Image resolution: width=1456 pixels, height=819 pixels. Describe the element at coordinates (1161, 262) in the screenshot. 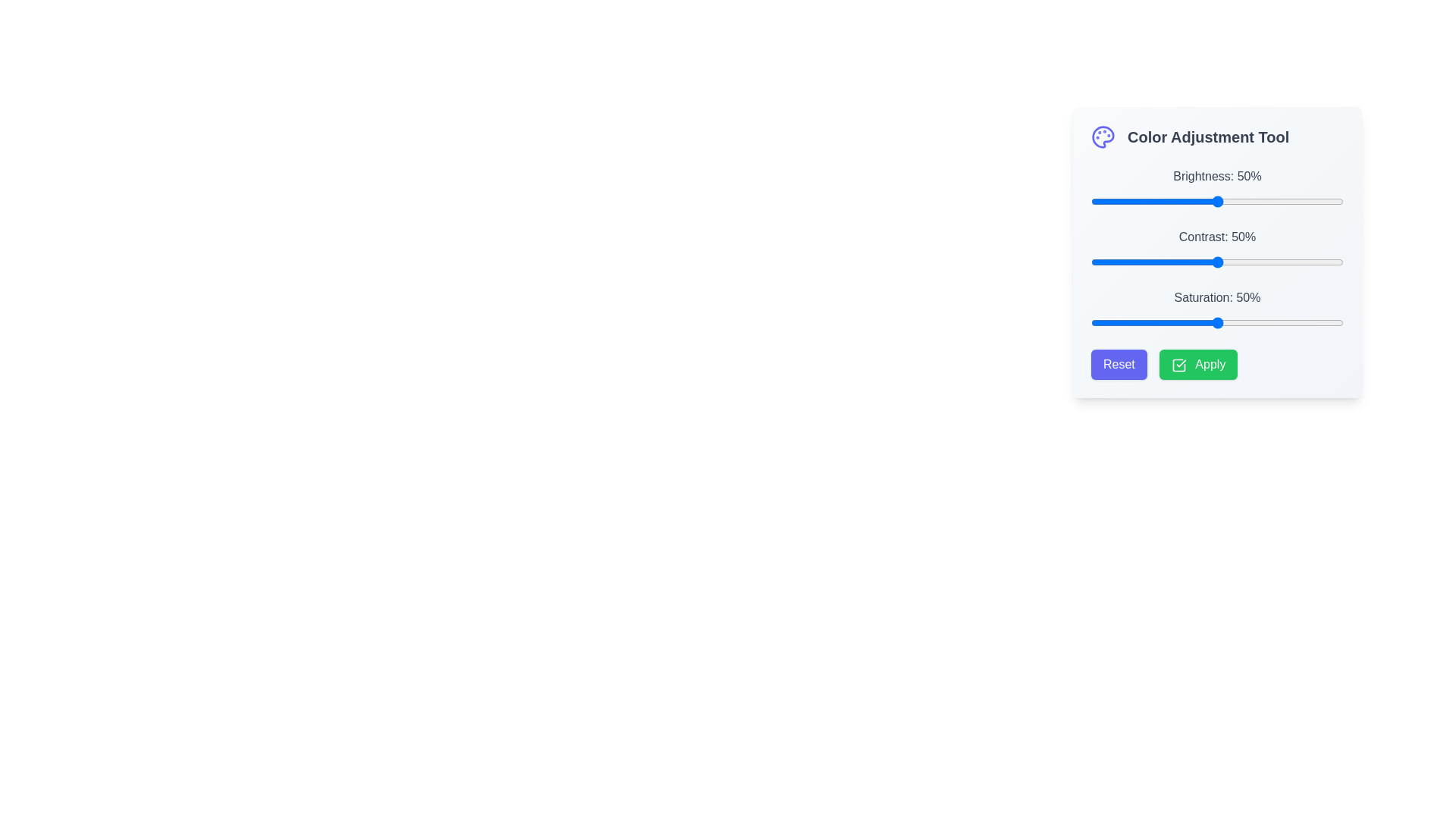

I see `contrast of the image` at that location.